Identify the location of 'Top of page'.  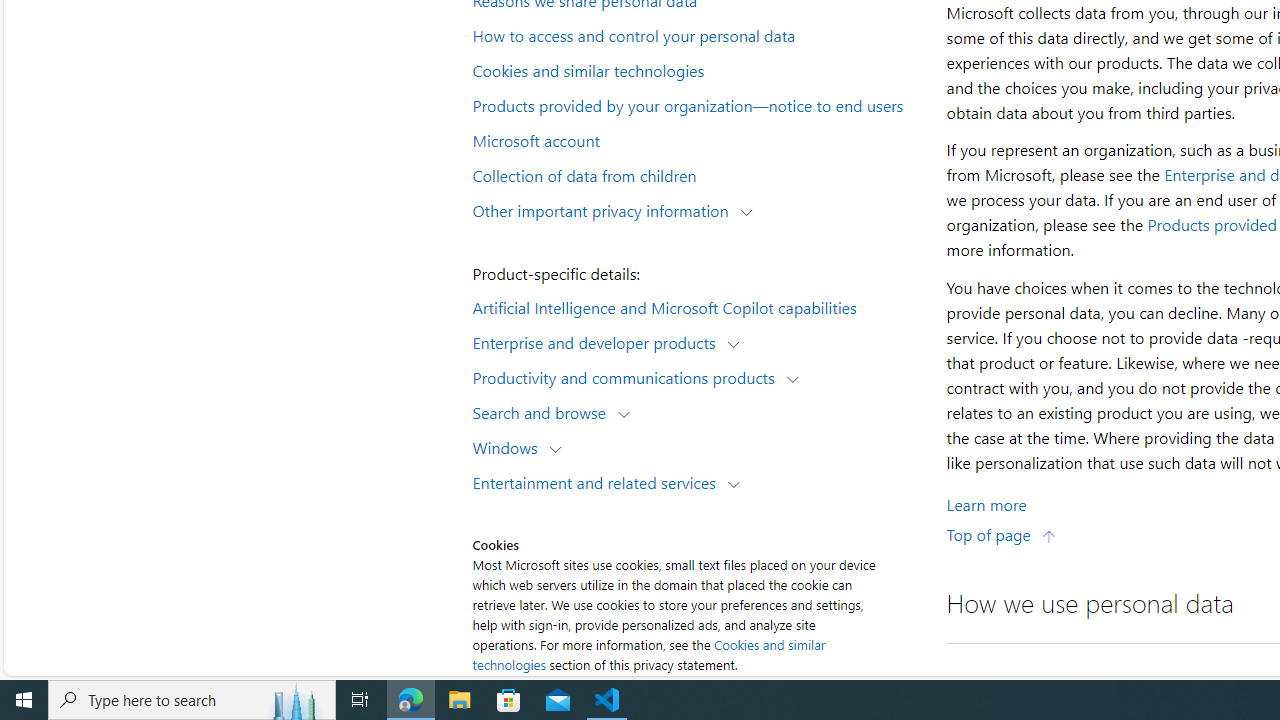
(1001, 533).